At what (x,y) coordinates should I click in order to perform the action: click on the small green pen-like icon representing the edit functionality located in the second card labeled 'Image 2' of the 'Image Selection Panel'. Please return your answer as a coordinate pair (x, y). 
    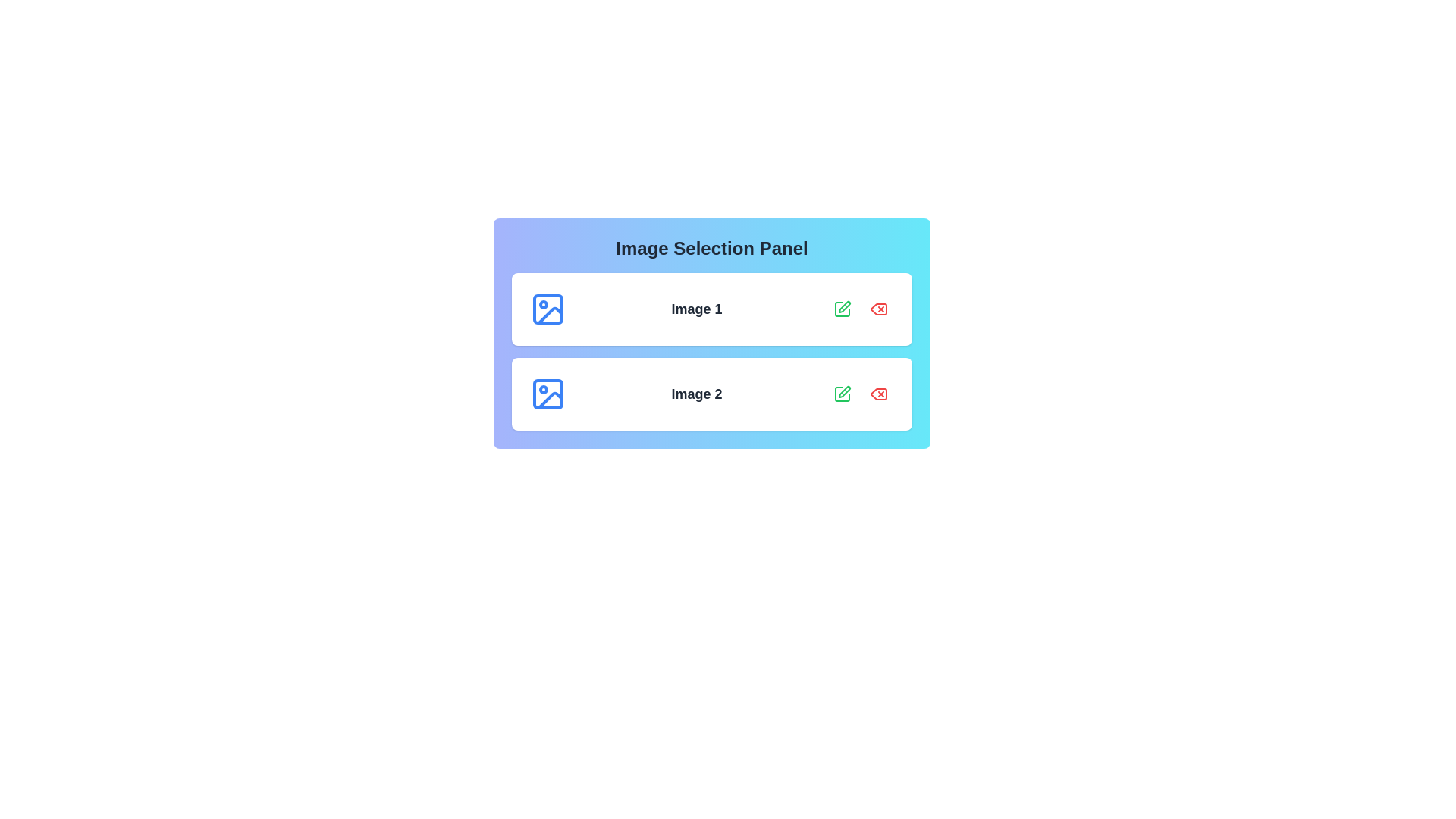
    Looking at the image, I should click on (843, 391).